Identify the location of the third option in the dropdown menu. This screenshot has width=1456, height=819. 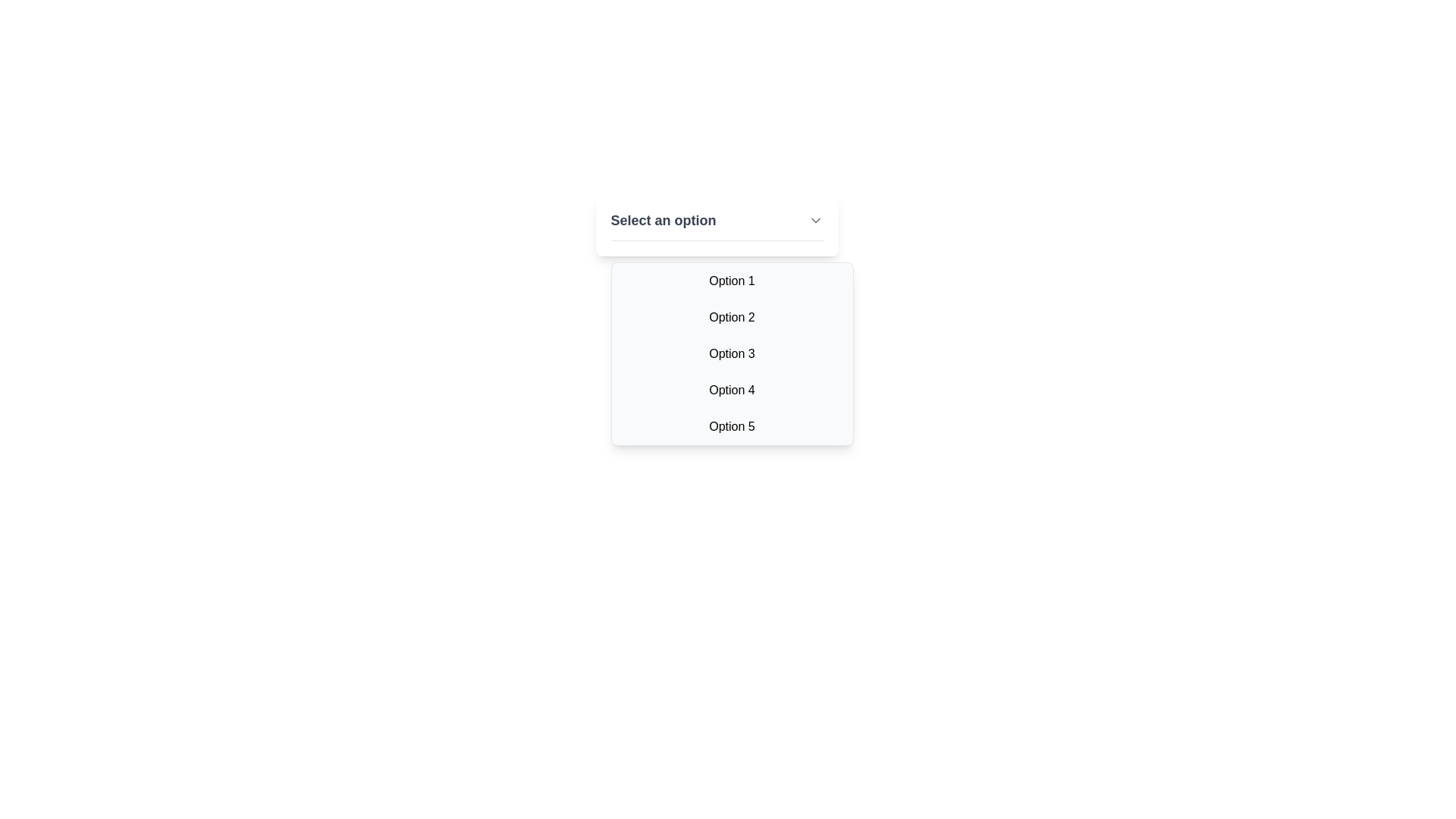
(732, 353).